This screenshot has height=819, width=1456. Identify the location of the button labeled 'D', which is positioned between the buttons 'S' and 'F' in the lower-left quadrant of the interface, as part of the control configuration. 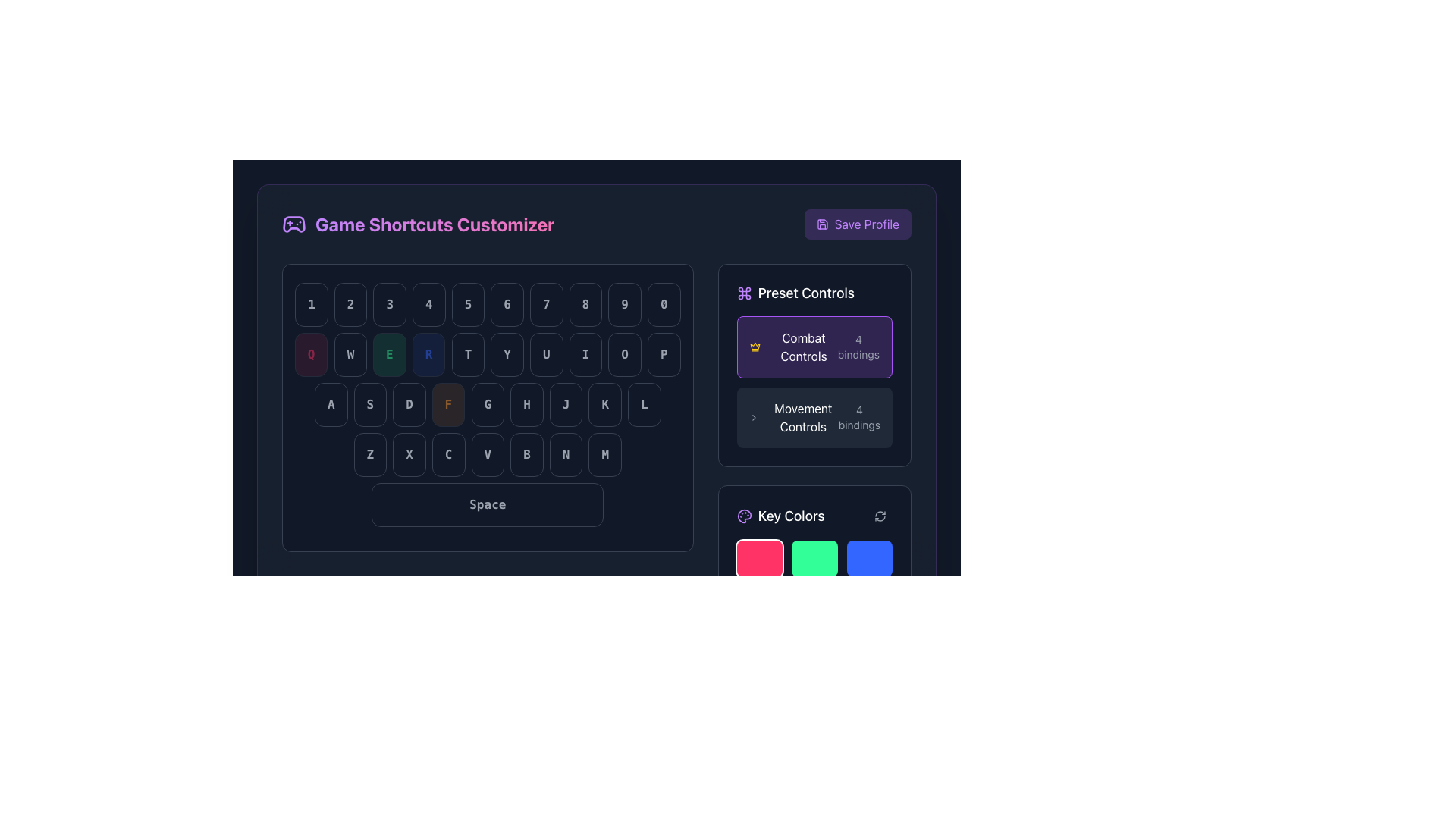
(409, 403).